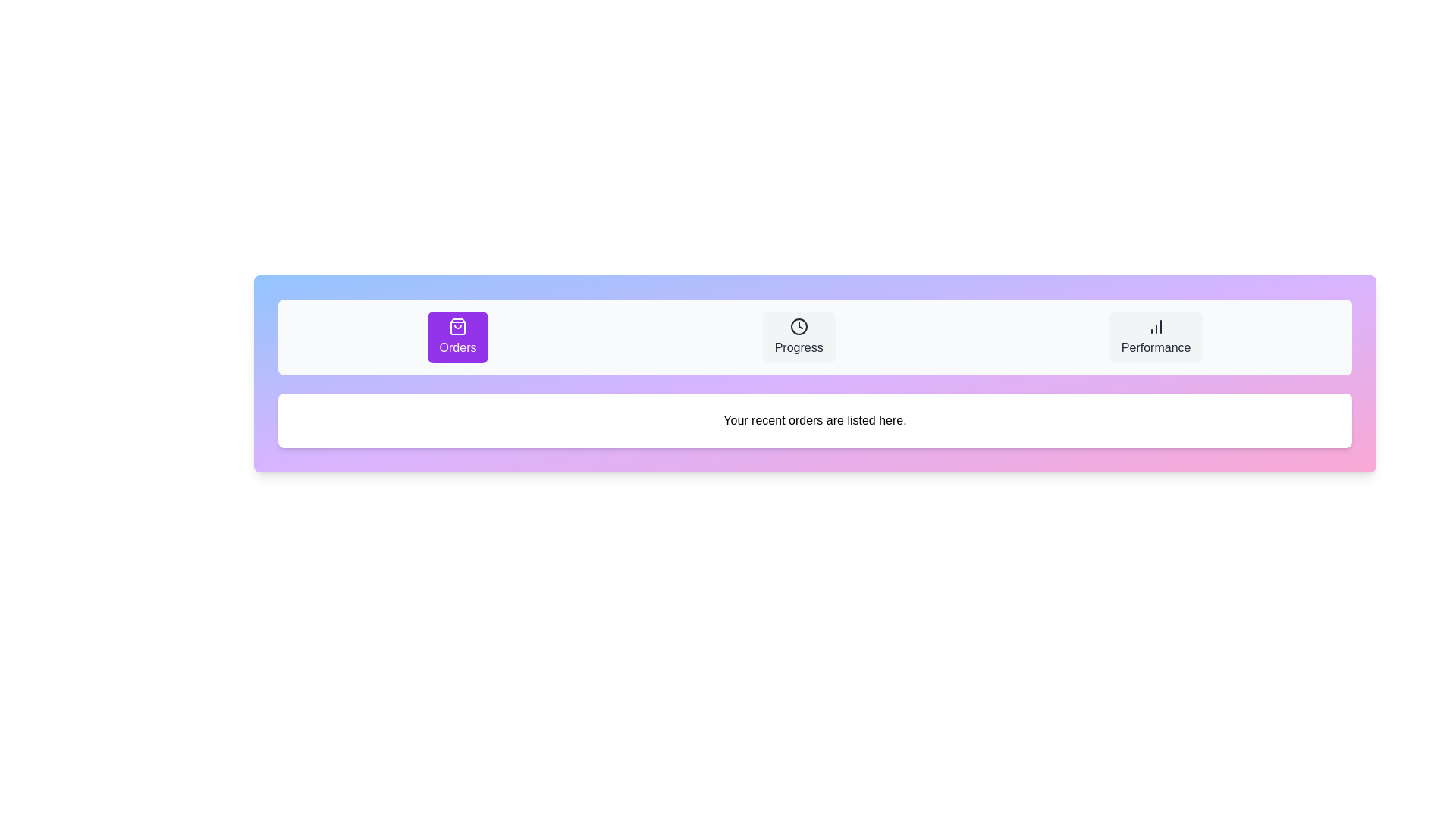  Describe the element at coordinates (457, 326) in the screenshot. I see `the 'Orders' button, which is a highlighted purple rectangular button containing an SVG shopping bag icon, located in the leftmost position of the horizontally aligned menu` at that location.